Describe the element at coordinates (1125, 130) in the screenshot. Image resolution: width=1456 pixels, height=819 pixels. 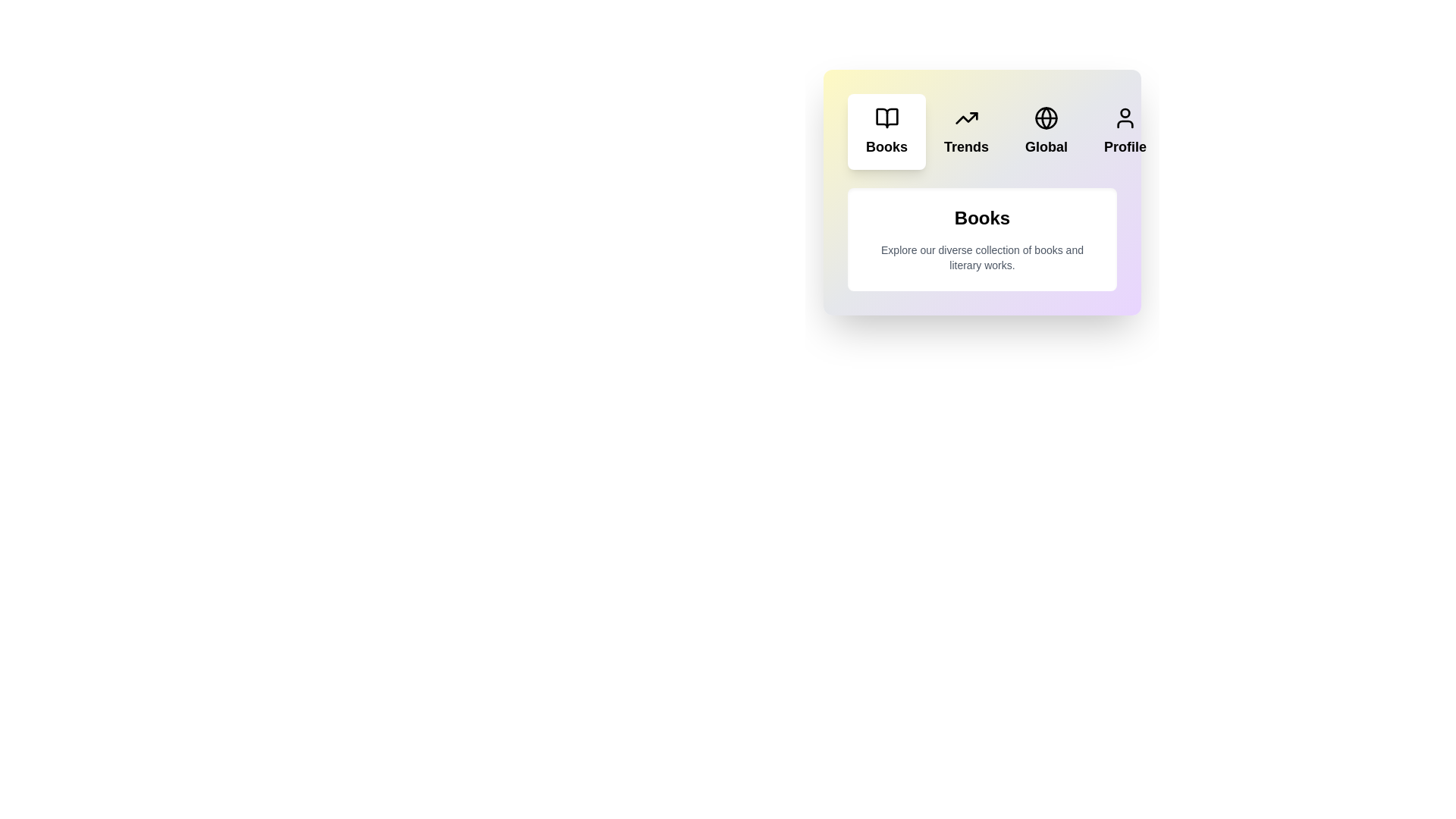
I see `the tab button labeled 'Profile' to observe its visual effect` at that location.